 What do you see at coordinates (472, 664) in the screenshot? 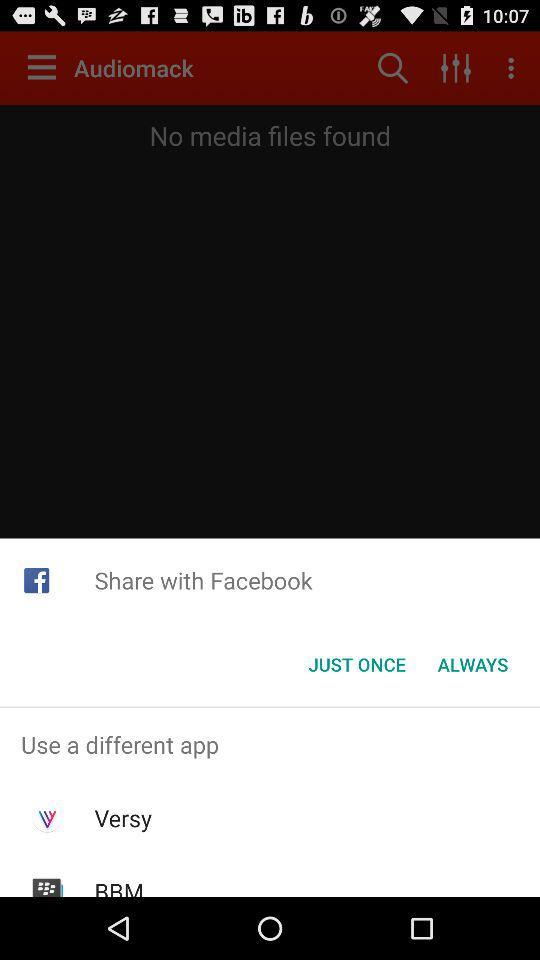
I see `the item at the bottom right corner` at bounding box center [472, 664].